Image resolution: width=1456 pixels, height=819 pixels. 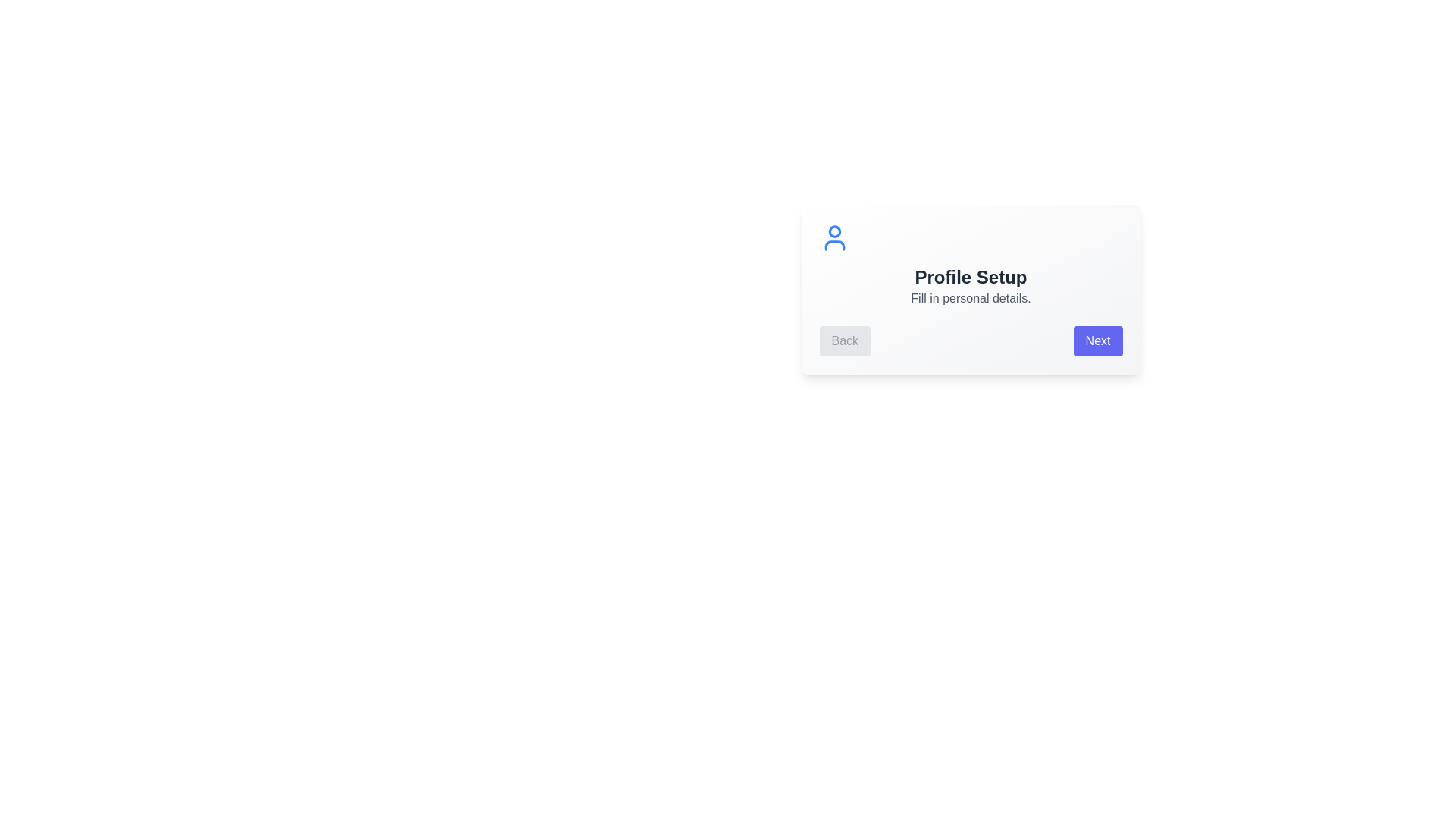 What do you see at coordinates (1098, 341) in the screenshot?
I see `the 'Next' button to navigate to the next step` at bounding box center [1098, 341].